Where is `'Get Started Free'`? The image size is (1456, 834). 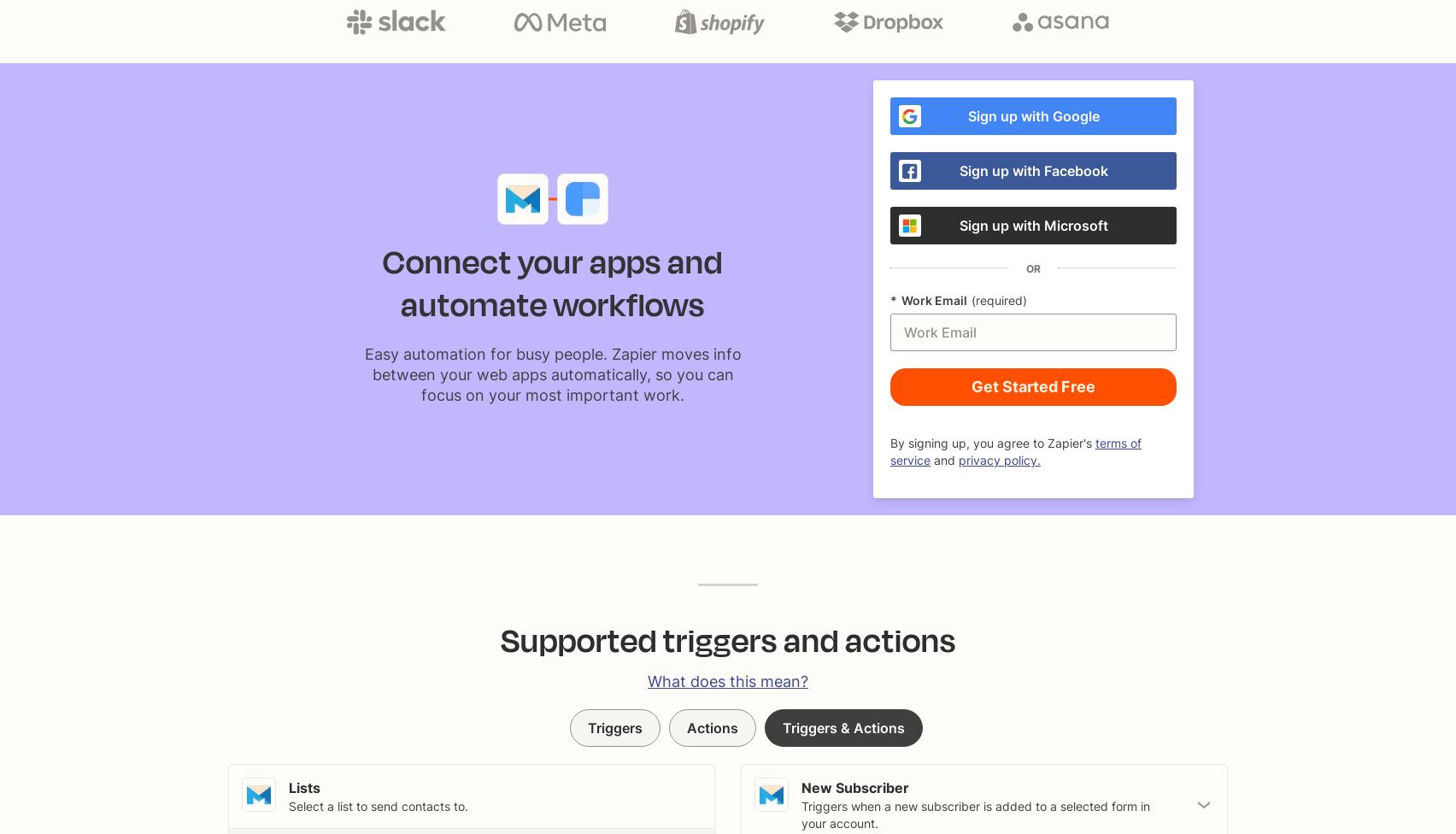 'Get Started Free' is located at coordinates (1032, 385).